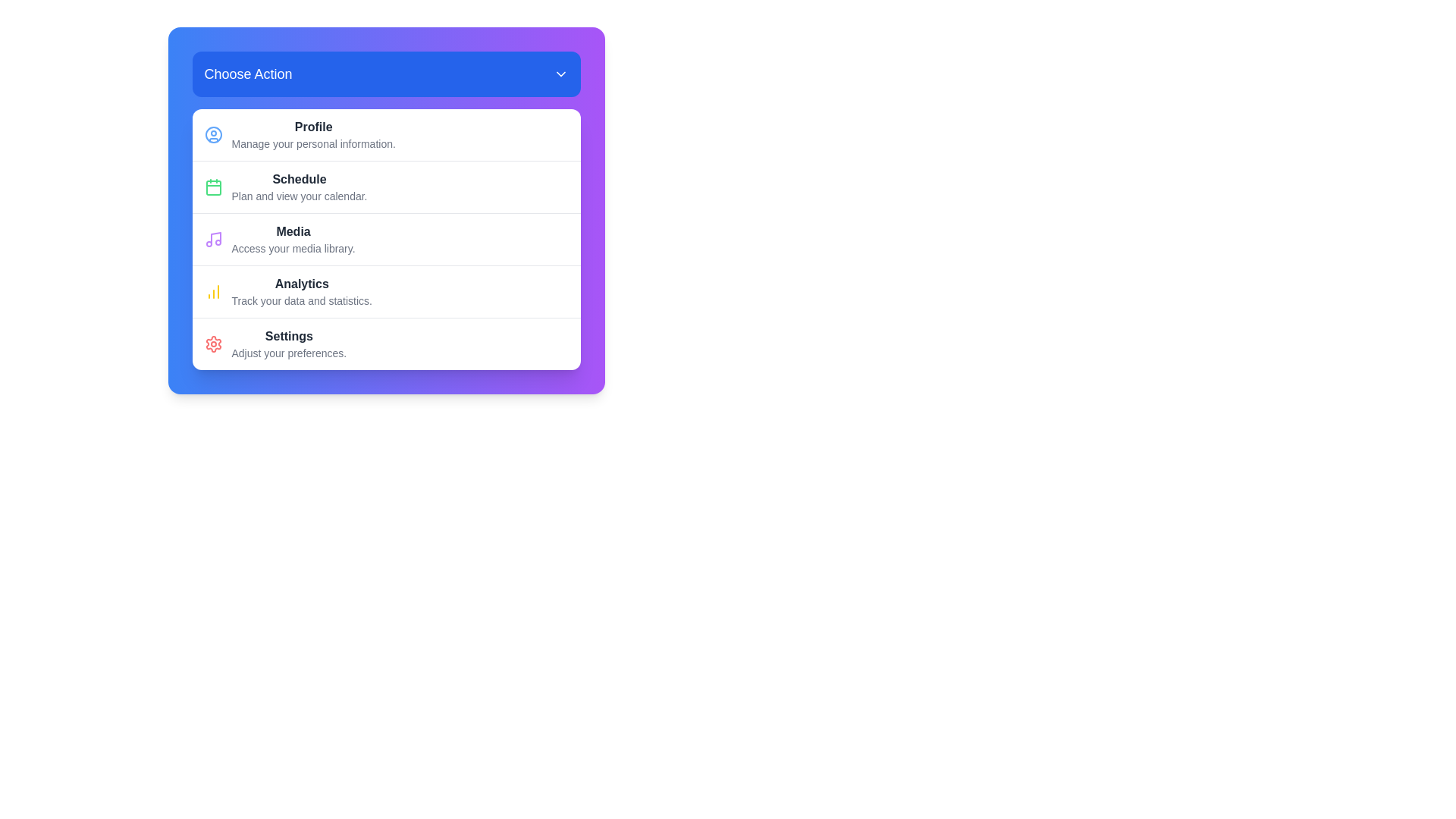  Describe the element at coordinates (212, 292) in the screenshot. I see `the small yellow graphical icon representing an increasing bar chart located within the 'Analytics' menu option of the dropdown menu` at that location.